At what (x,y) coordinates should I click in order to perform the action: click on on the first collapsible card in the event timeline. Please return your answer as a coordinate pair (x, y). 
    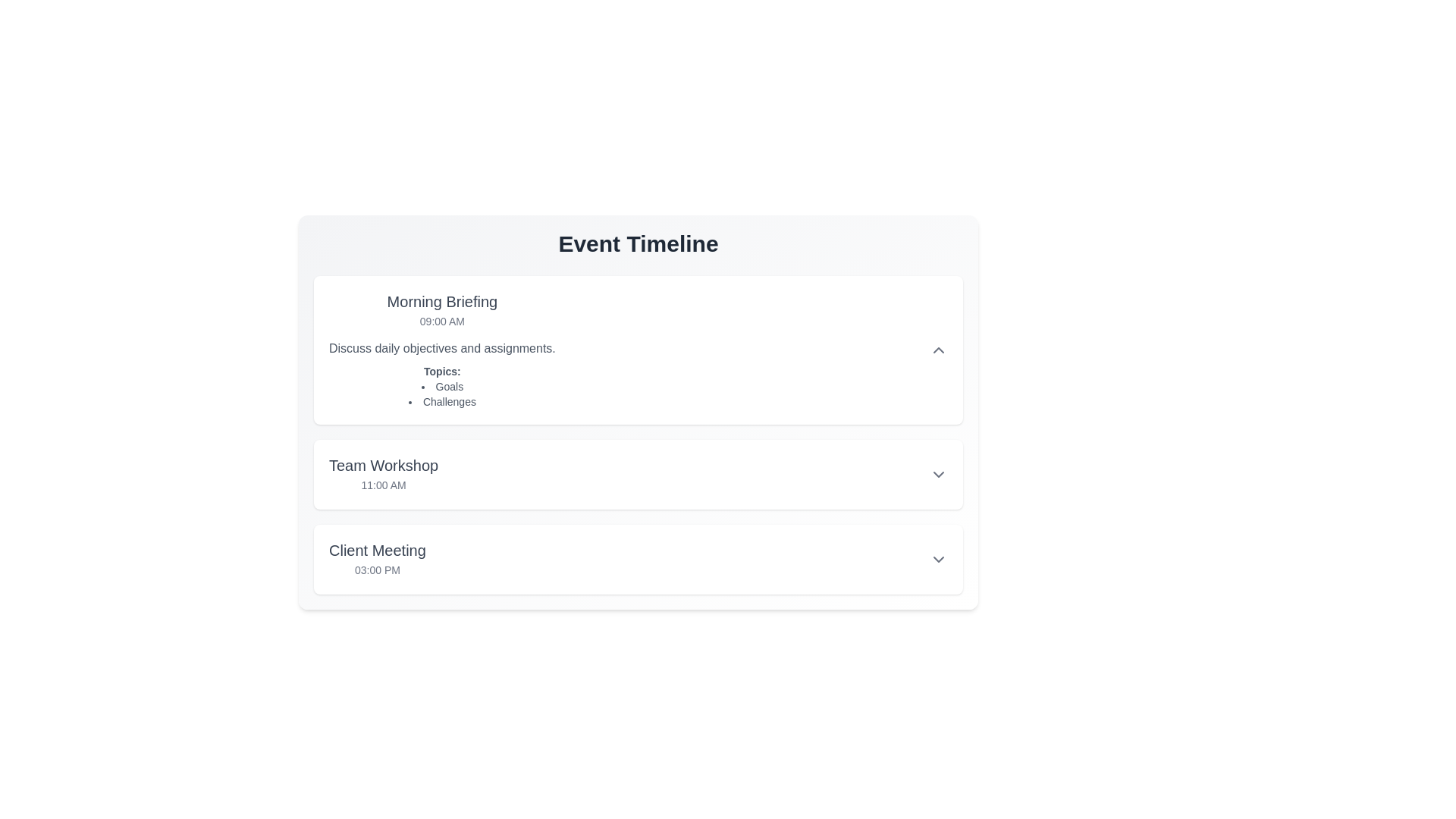
    Looking at the image, I should click on (638, 350).